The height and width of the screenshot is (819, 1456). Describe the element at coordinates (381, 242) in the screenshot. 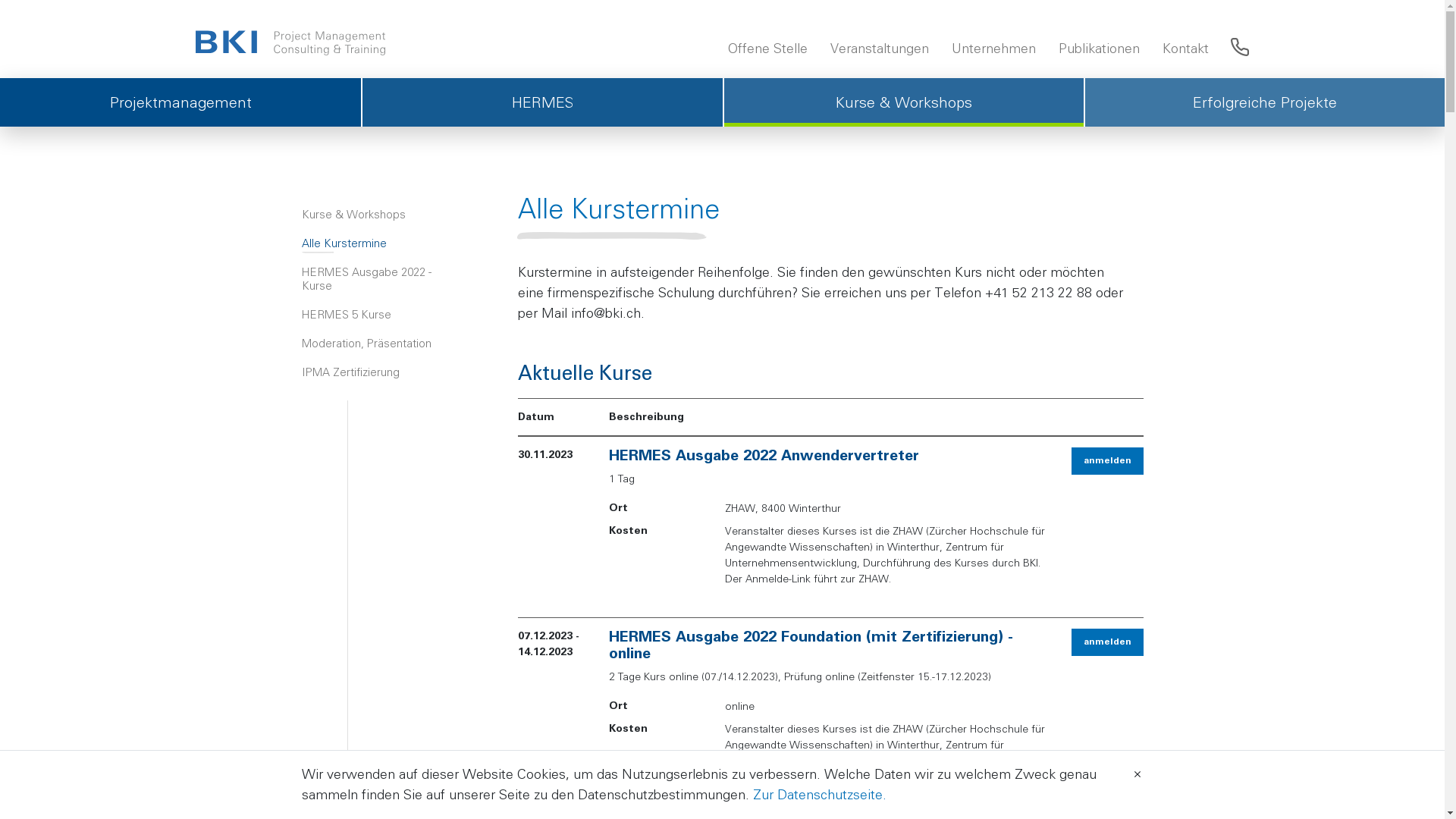

I see `'Alle Kurstermine'` at that location.